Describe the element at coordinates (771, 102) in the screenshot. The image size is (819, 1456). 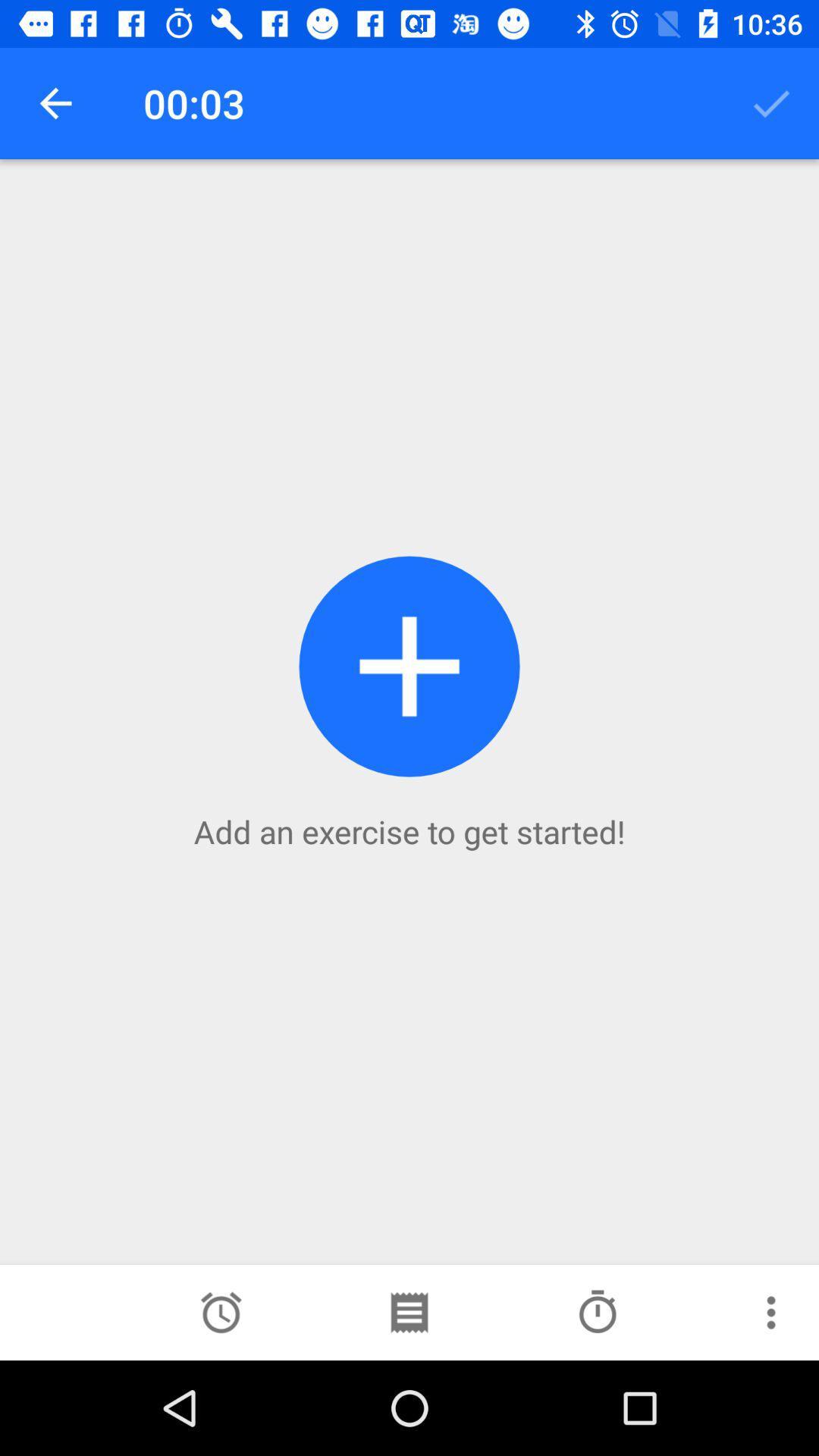
I see `the item at the top right corner` at that location.